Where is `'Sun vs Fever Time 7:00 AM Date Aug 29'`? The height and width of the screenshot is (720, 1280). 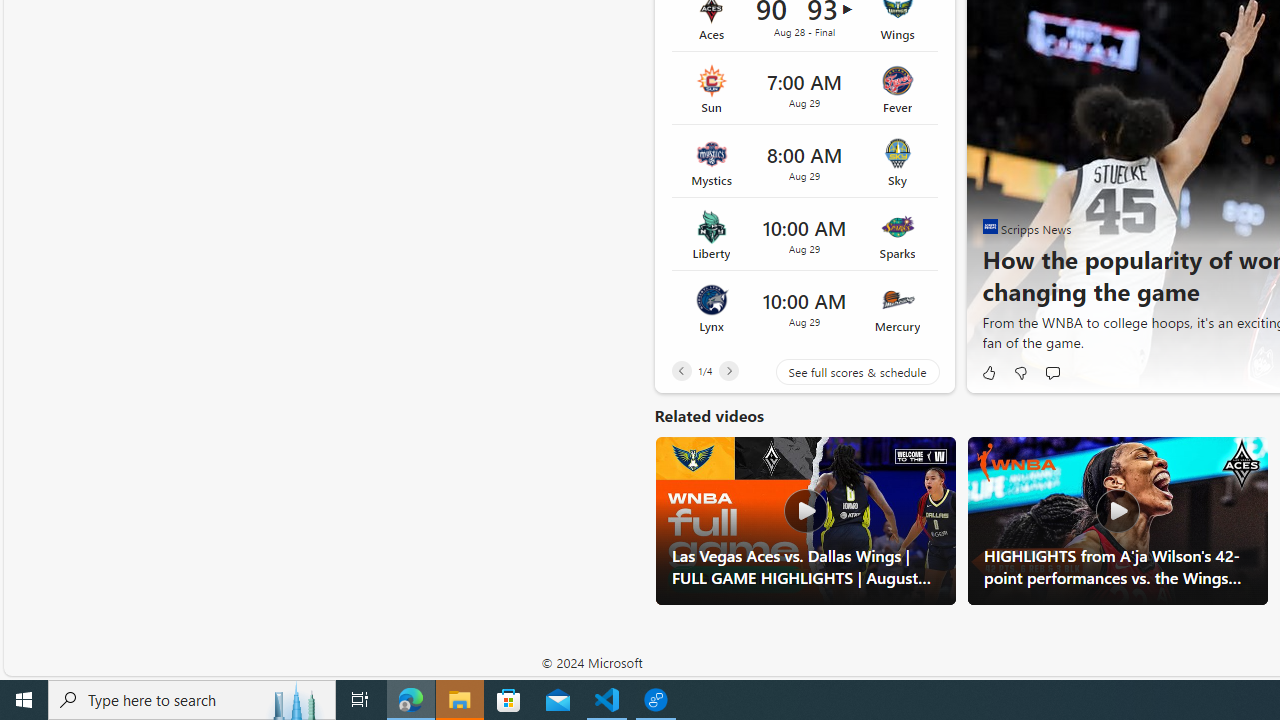
'Sun vs Fever Time 7:00 AM Date Aug 29' is located at coordinates (804, 87).